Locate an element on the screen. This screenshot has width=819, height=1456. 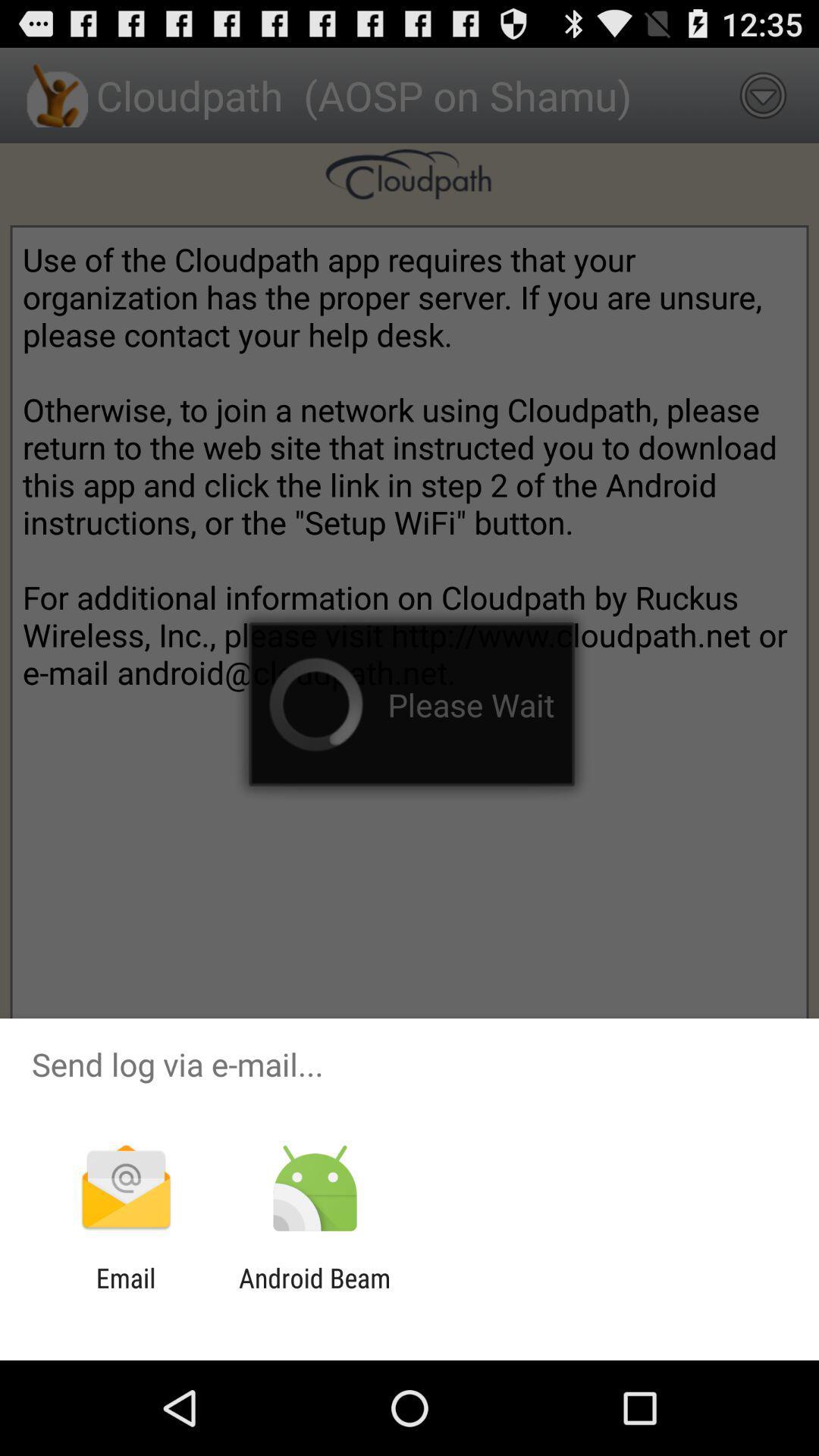
the app next to android beam is located at coordinates (125, 1293).